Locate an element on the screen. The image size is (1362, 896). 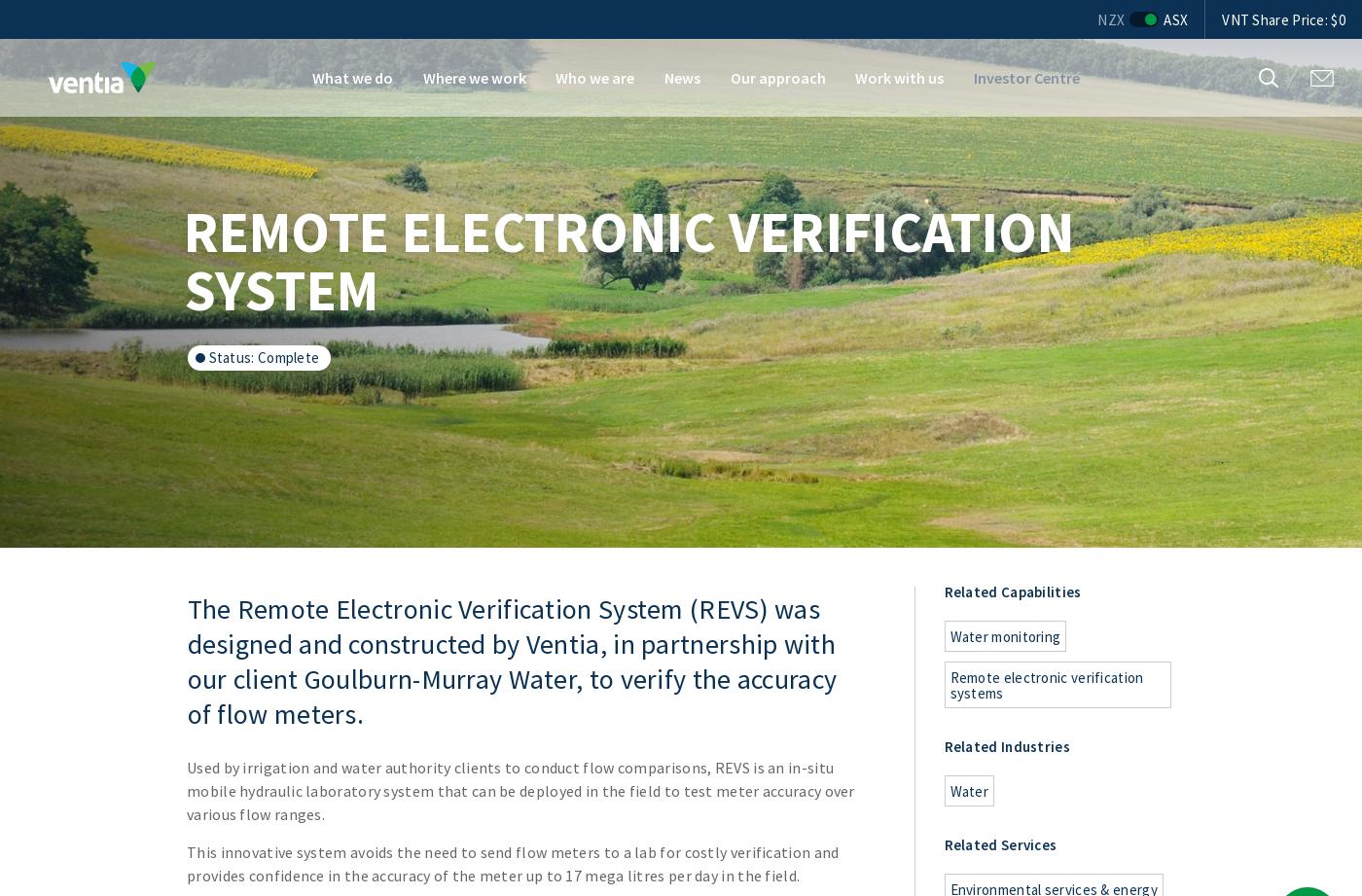
'This innovative system avoids the need to send flow meters to a lab for costly verification and provides confidence in the accuracy of the meter up to 17 mega litres per day in the field.' is located at coordinates (186, 863).